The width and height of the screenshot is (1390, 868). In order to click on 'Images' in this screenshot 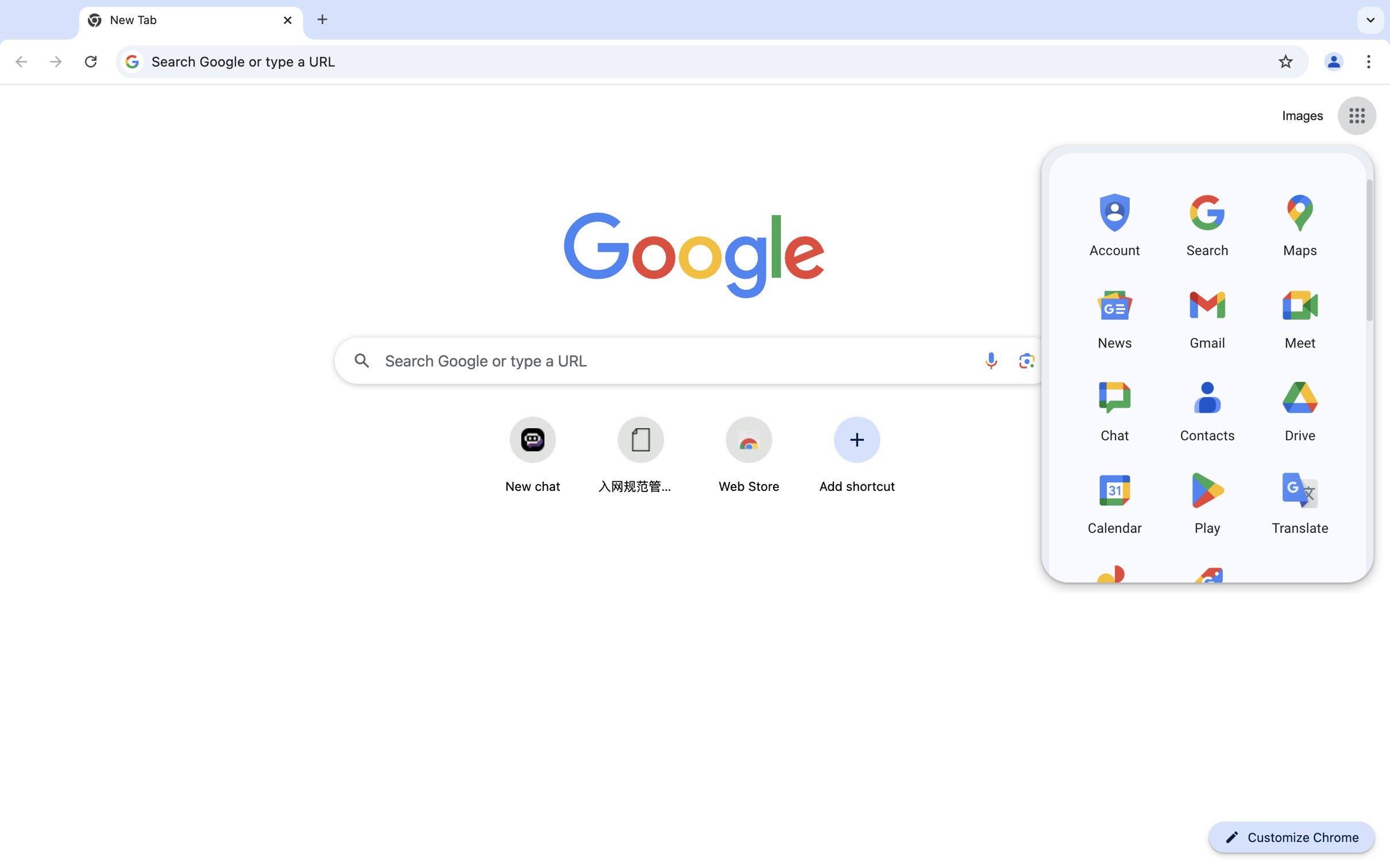, I will do `click(1302, 116)`.